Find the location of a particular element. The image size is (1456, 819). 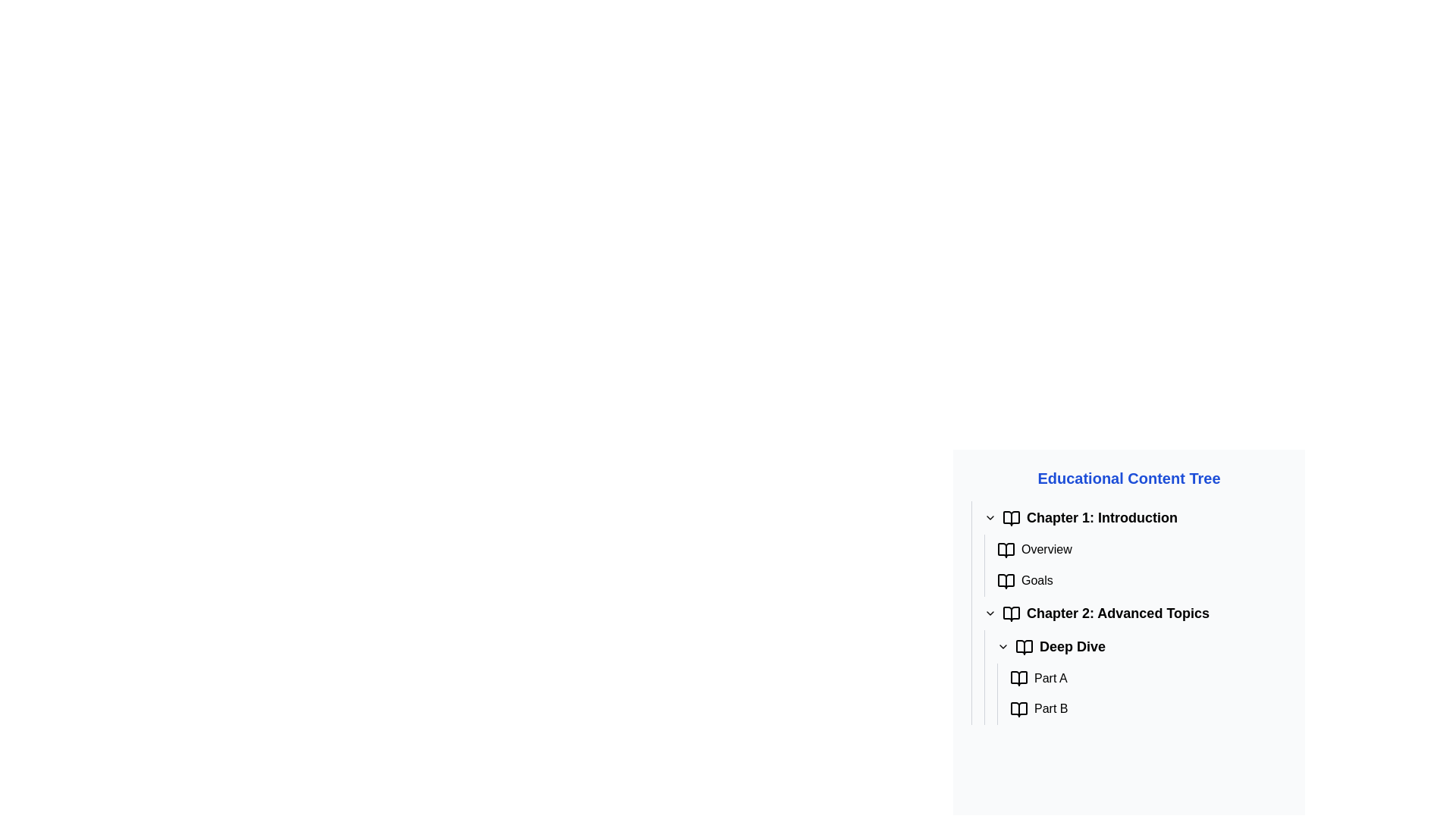

the chevron toggle button for 'Chapter 2: Advanced Topics' is located at coordinates (990, 611).